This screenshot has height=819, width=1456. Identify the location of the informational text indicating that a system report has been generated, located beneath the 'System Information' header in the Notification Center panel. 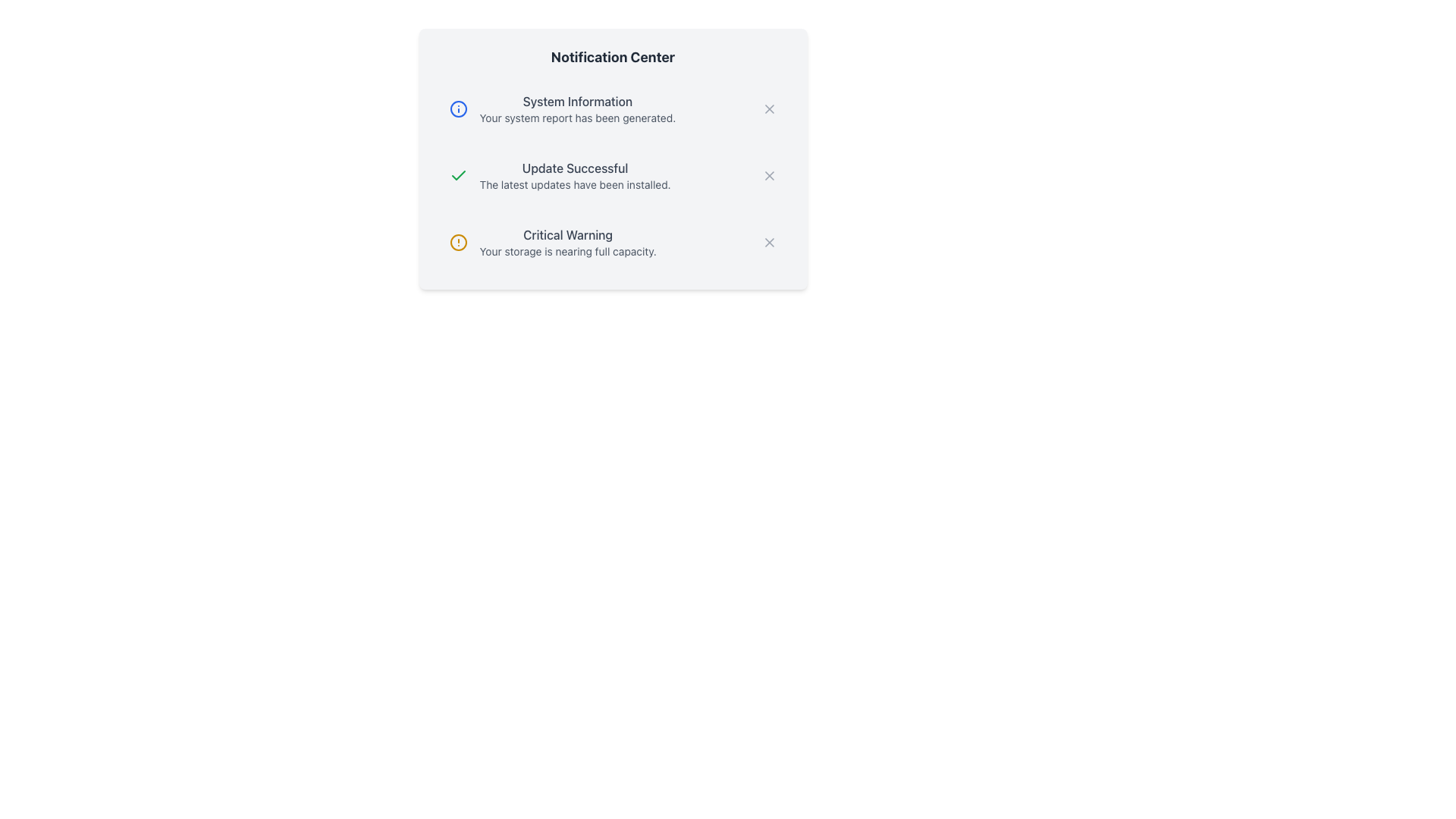
(576, 117).